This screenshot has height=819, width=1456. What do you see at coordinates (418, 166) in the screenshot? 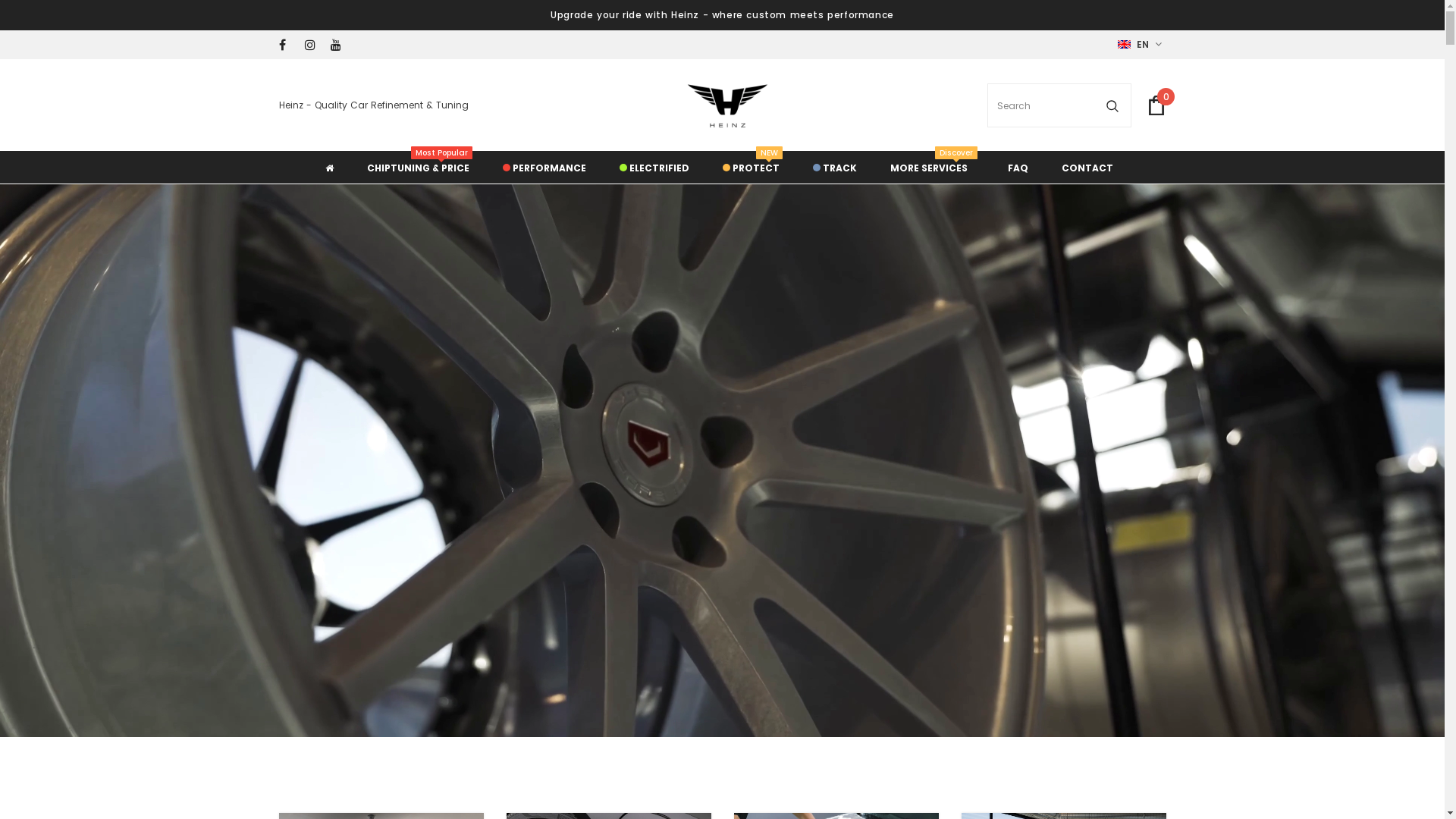
I see `'CHIPTUNING & PRICE` at bounding box center [418, 166].